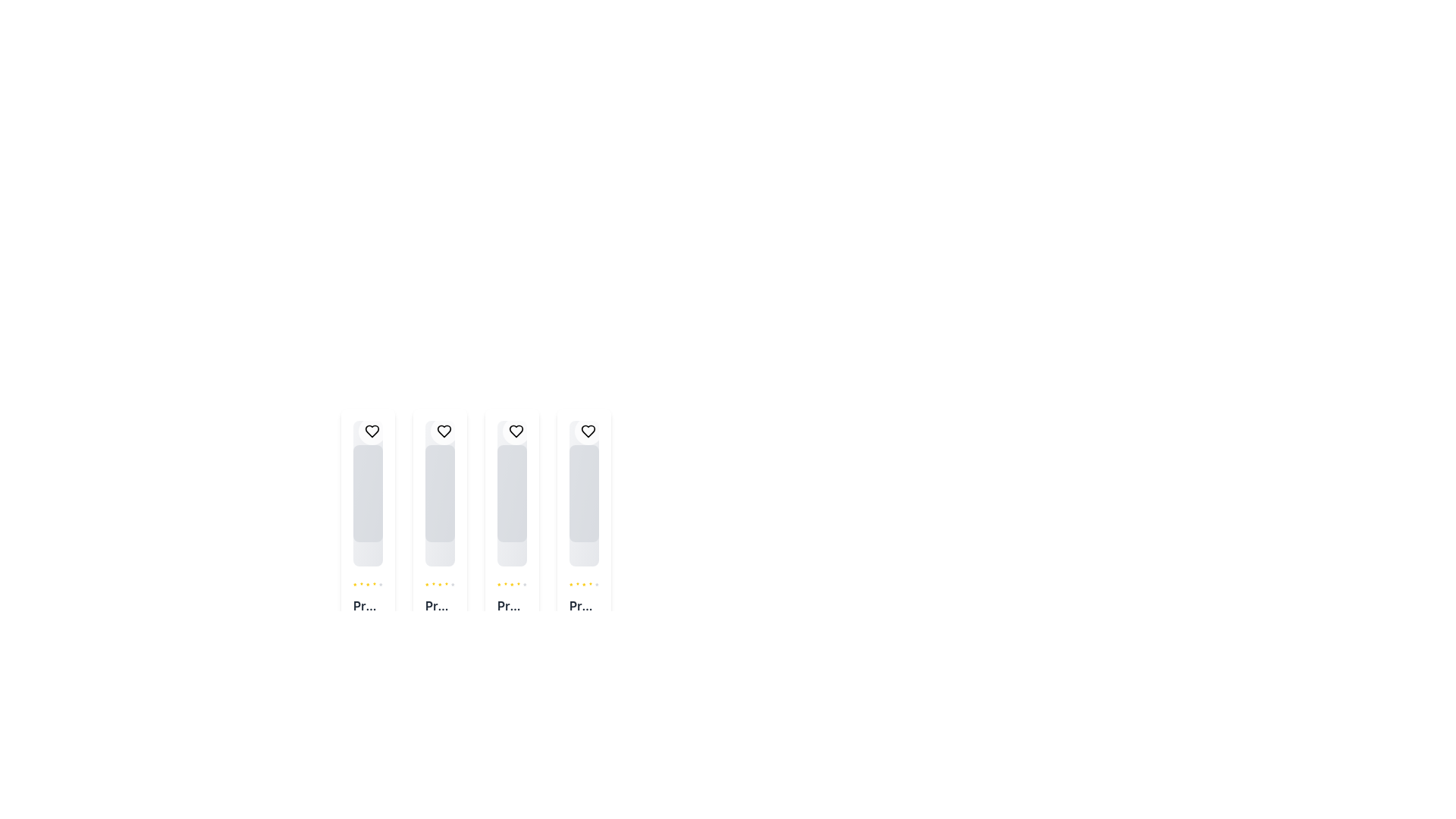  Describe the element at coordinates (505, 584) in the screenshot. I see `the third star in the star rating icon group` at that location.